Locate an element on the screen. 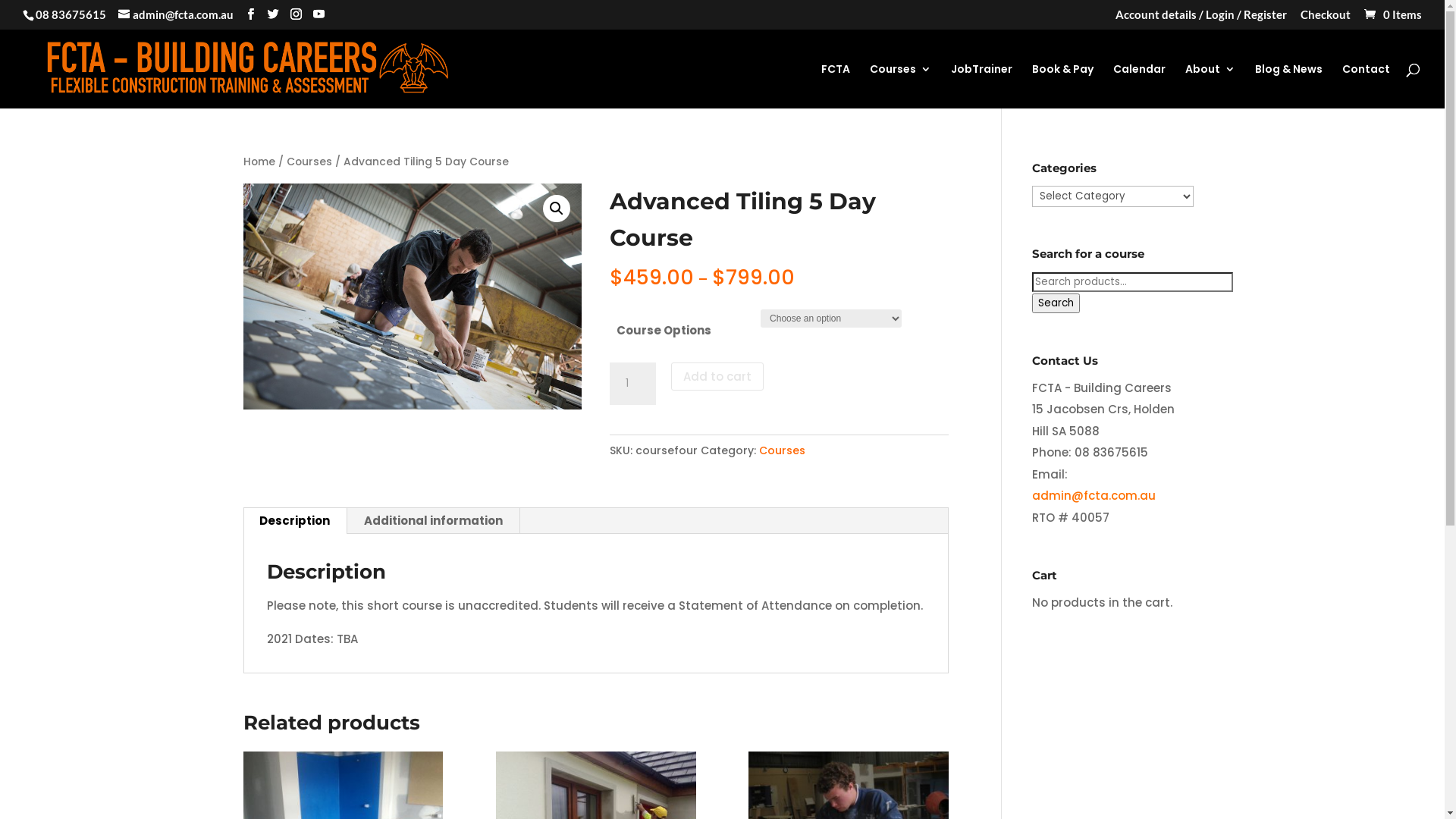  'admin@fcta.com.au' is located at coordinates (175, 14).